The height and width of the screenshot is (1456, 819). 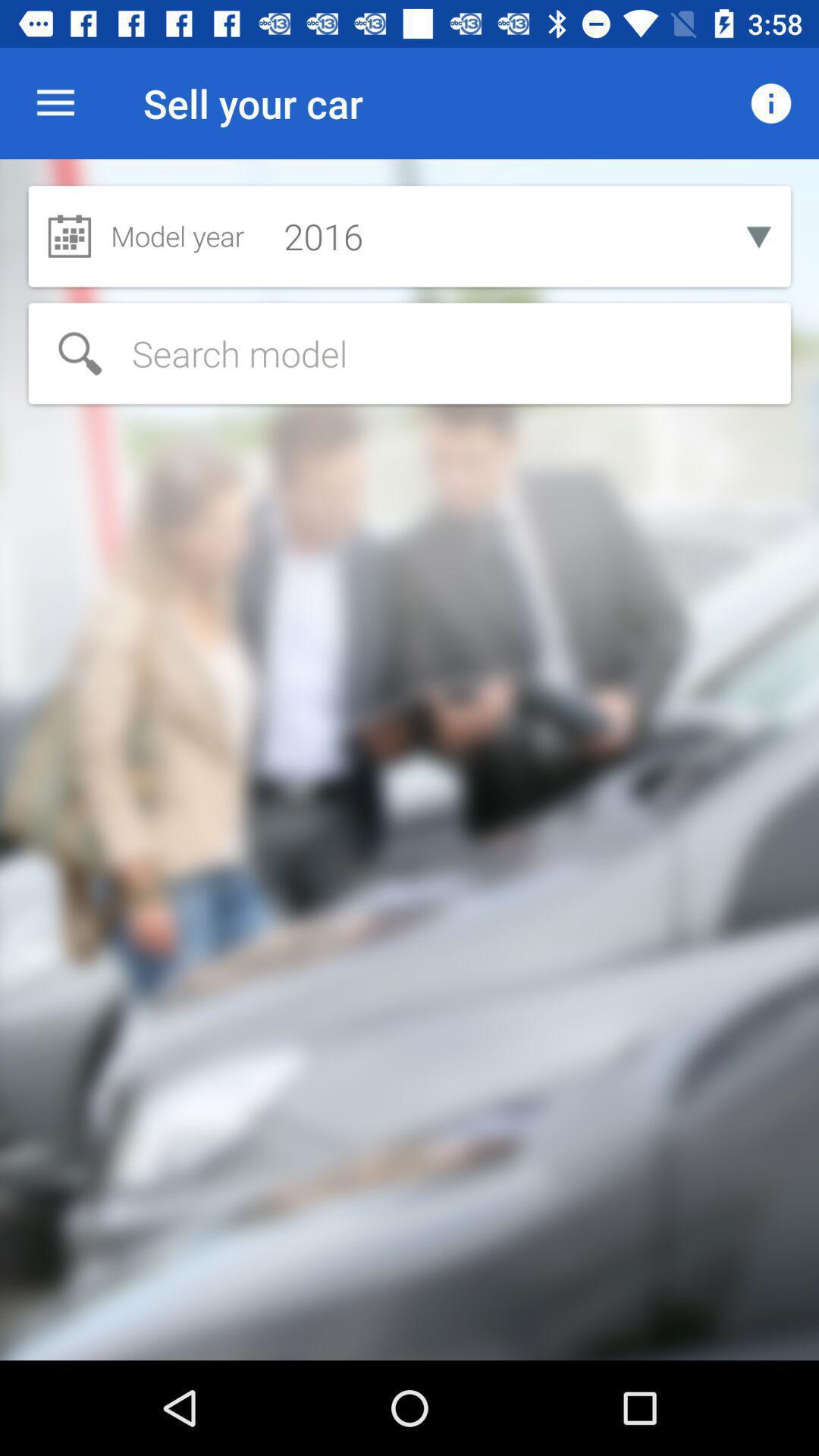 What do you see at coordinates (409, 353) in the screenshot?
I see `search text field` at bounding box center [409, 353].